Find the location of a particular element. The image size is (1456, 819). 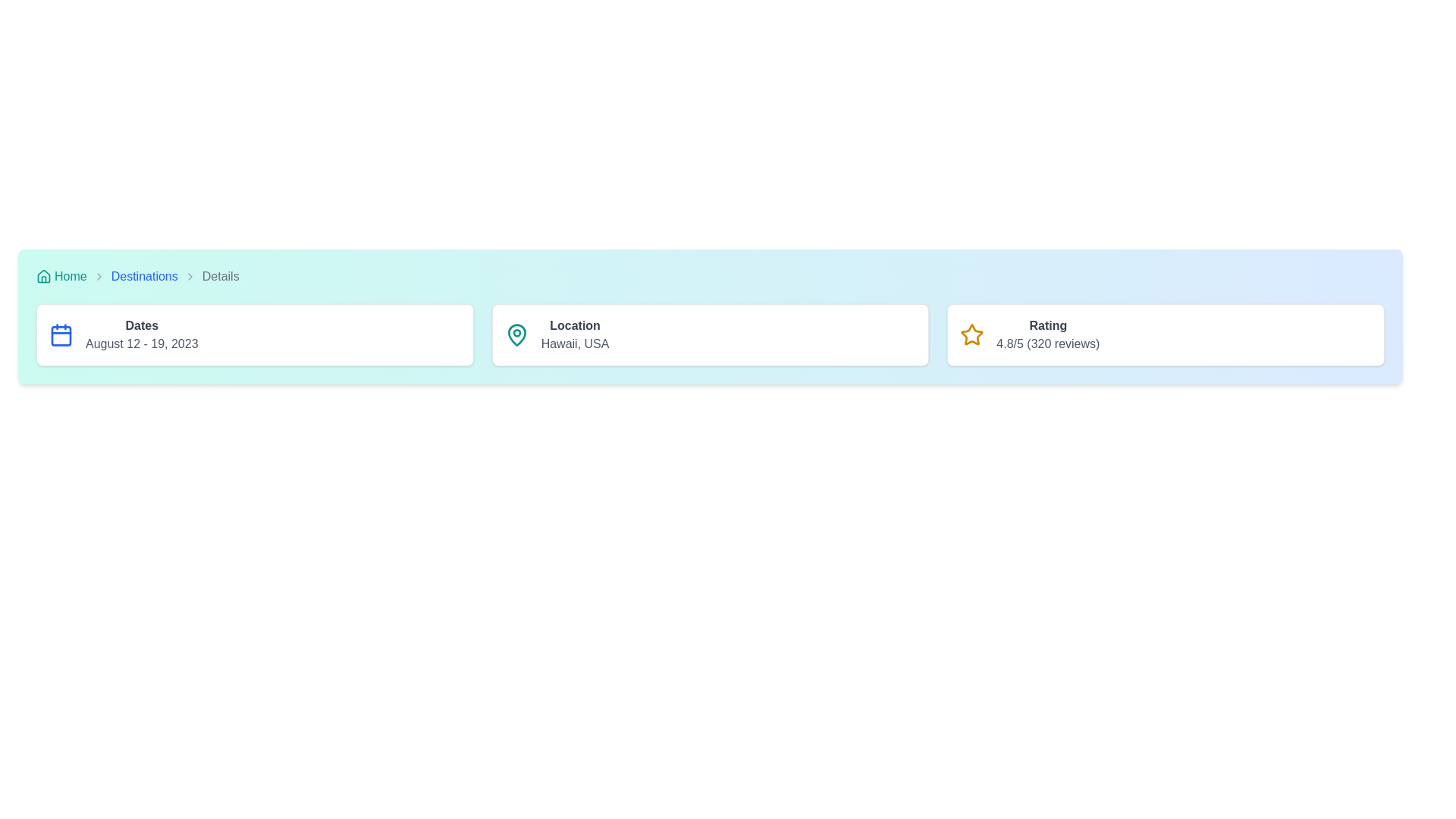

contents of the Text label displaying location information for 'Hawaii, USA', which is located in the middle card section between the 'Dates' card and the 'Rating' card is located at coordinates (574, 334).